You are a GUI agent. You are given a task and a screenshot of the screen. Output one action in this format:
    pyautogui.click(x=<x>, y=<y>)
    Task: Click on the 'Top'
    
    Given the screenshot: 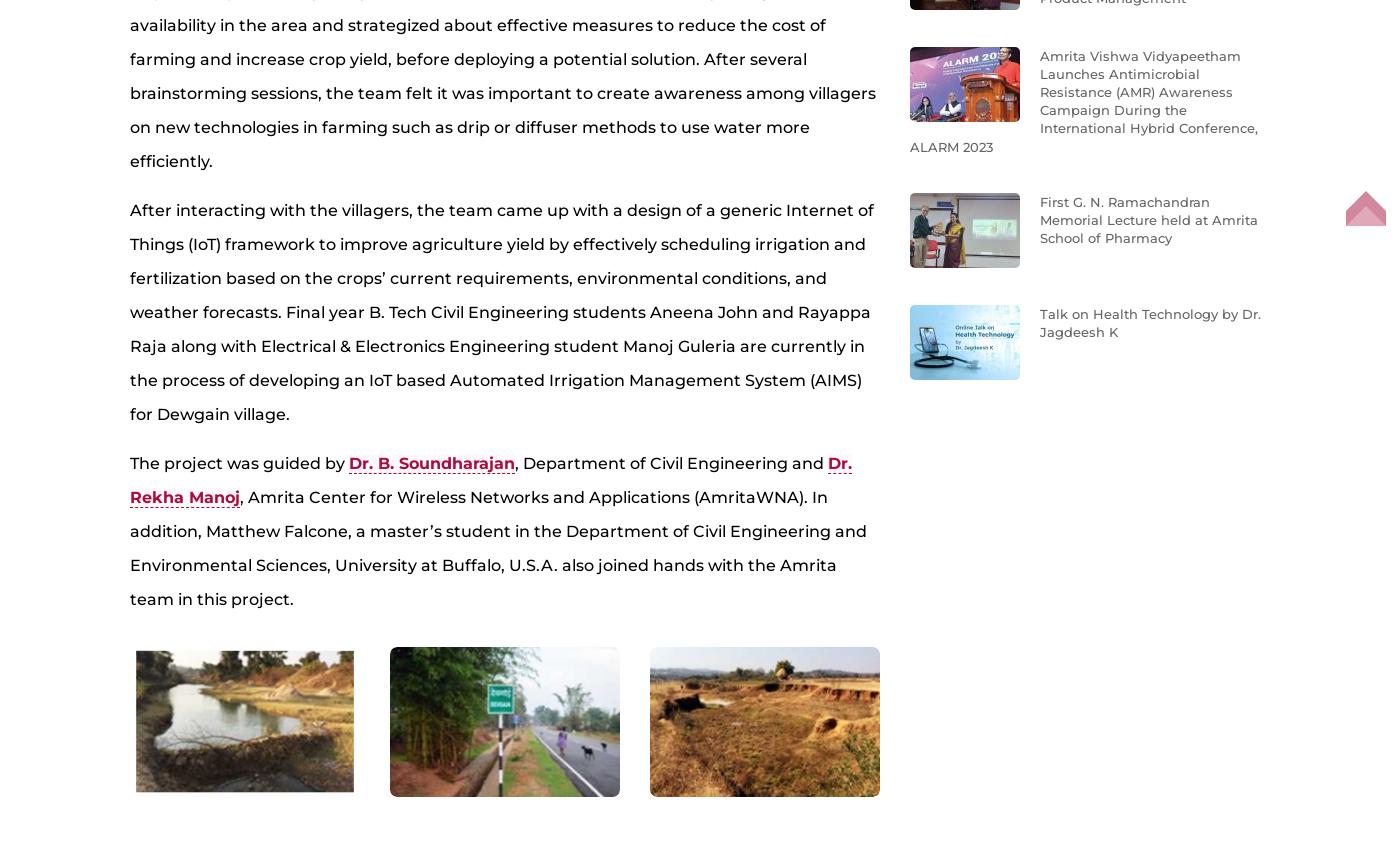 What is the action you would take?
    pyautogui.click(x=1365, y=223)
    